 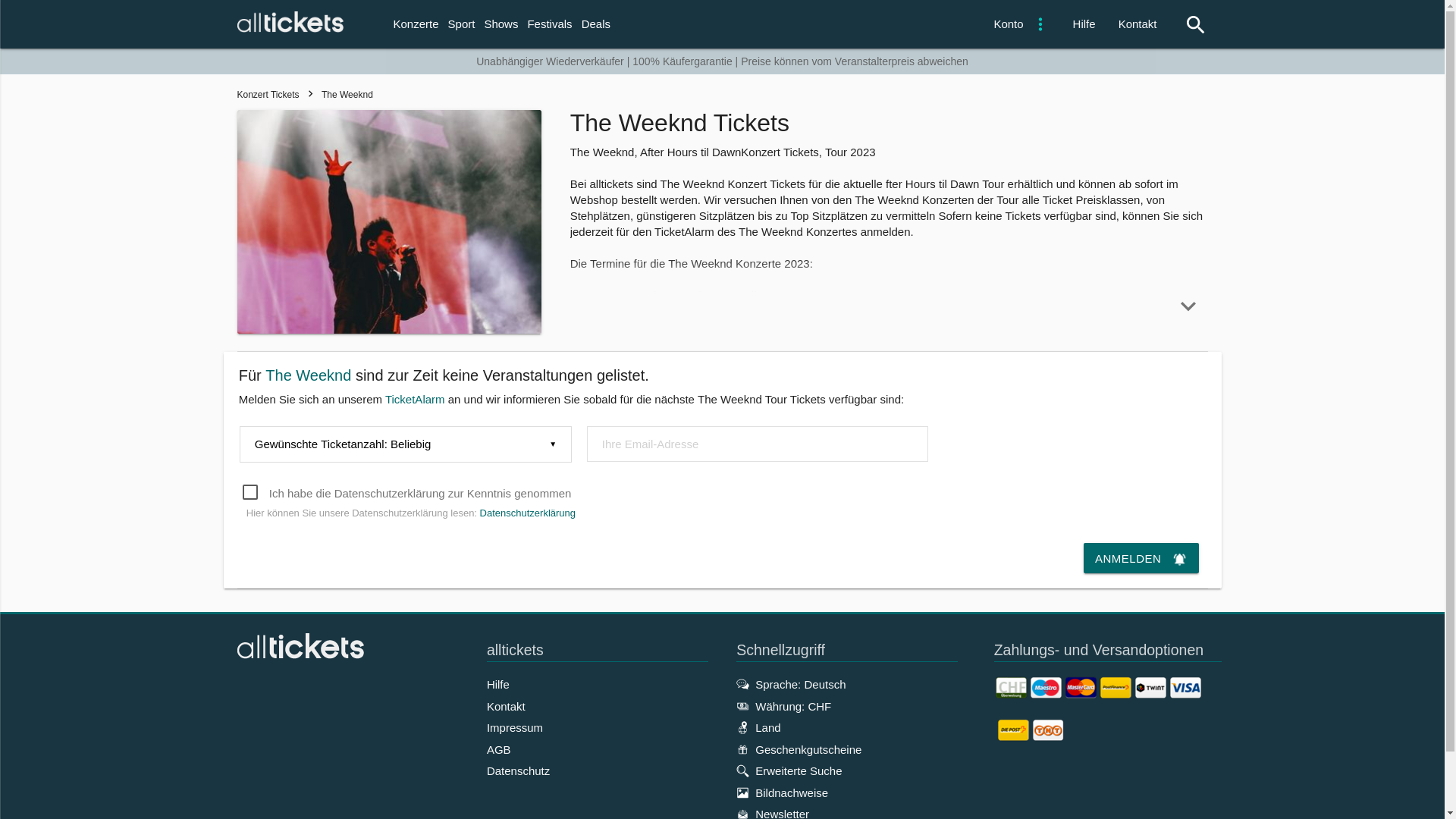 I want to click on 'Festivals', so click(x=548, y=24).